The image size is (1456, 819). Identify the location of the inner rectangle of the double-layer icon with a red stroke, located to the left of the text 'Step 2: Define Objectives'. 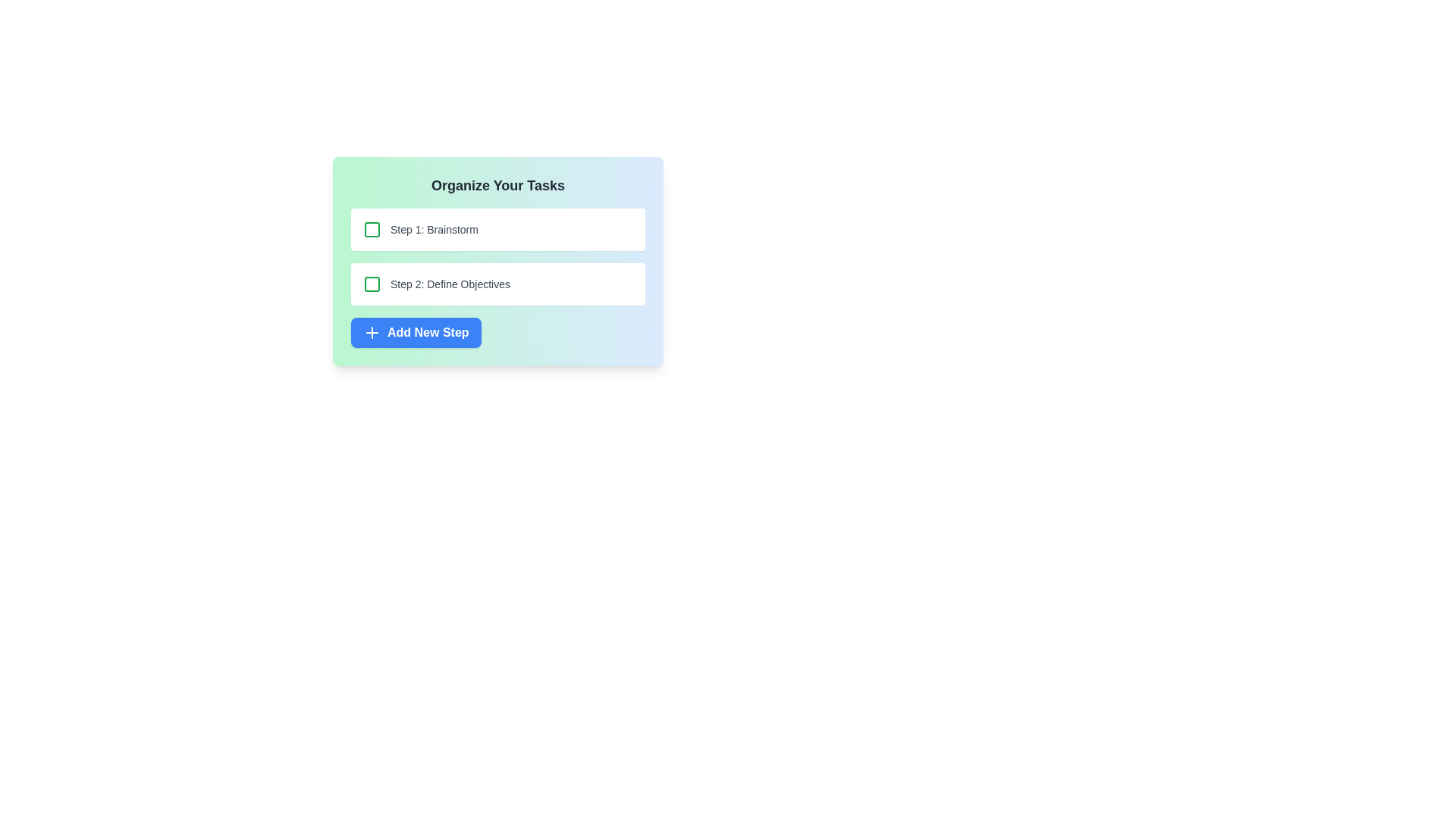
(372, 284).